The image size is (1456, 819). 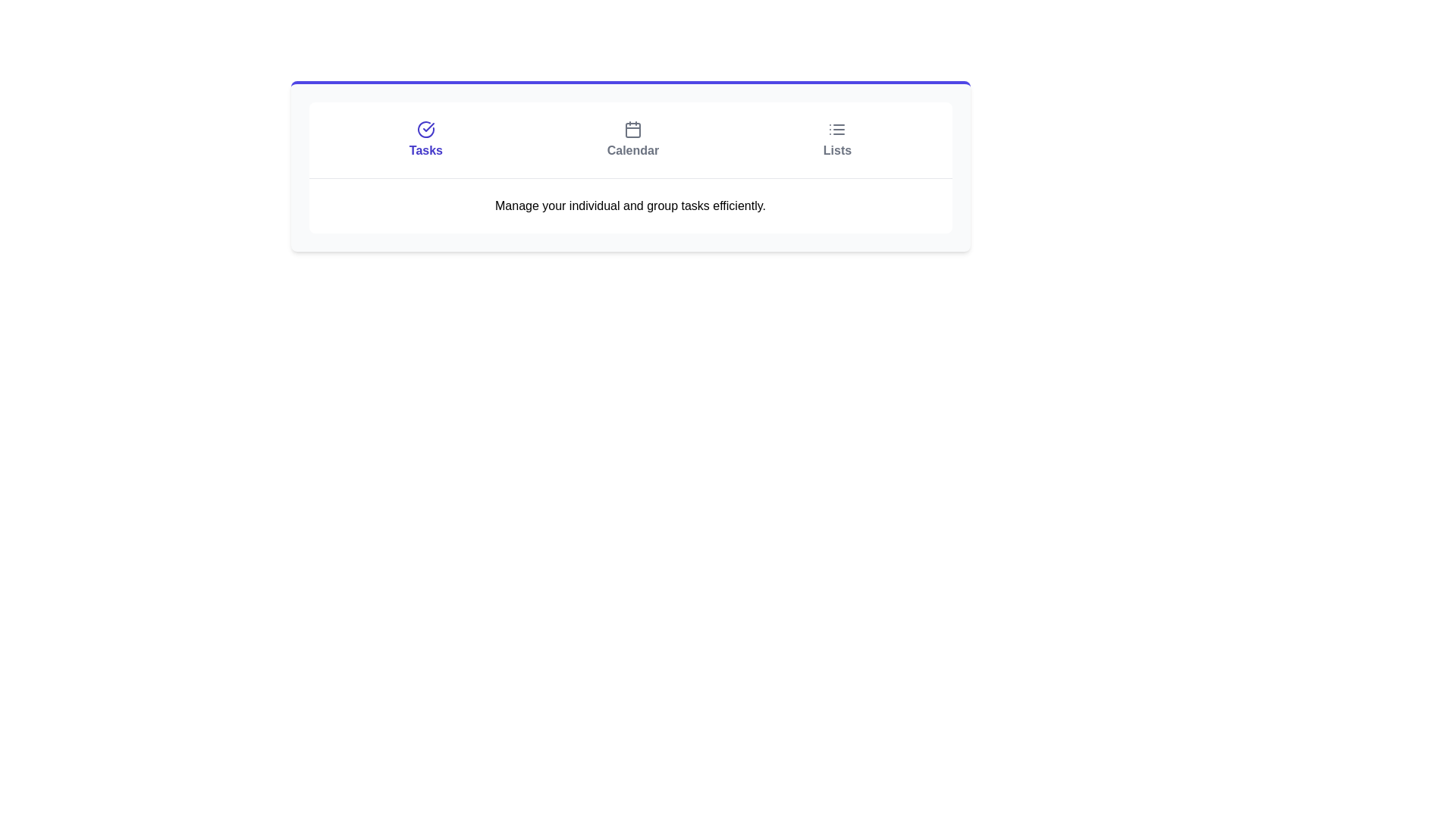 I want to click on the 'Calendar' tab in the navigation bar, so click(x=630, y=166).